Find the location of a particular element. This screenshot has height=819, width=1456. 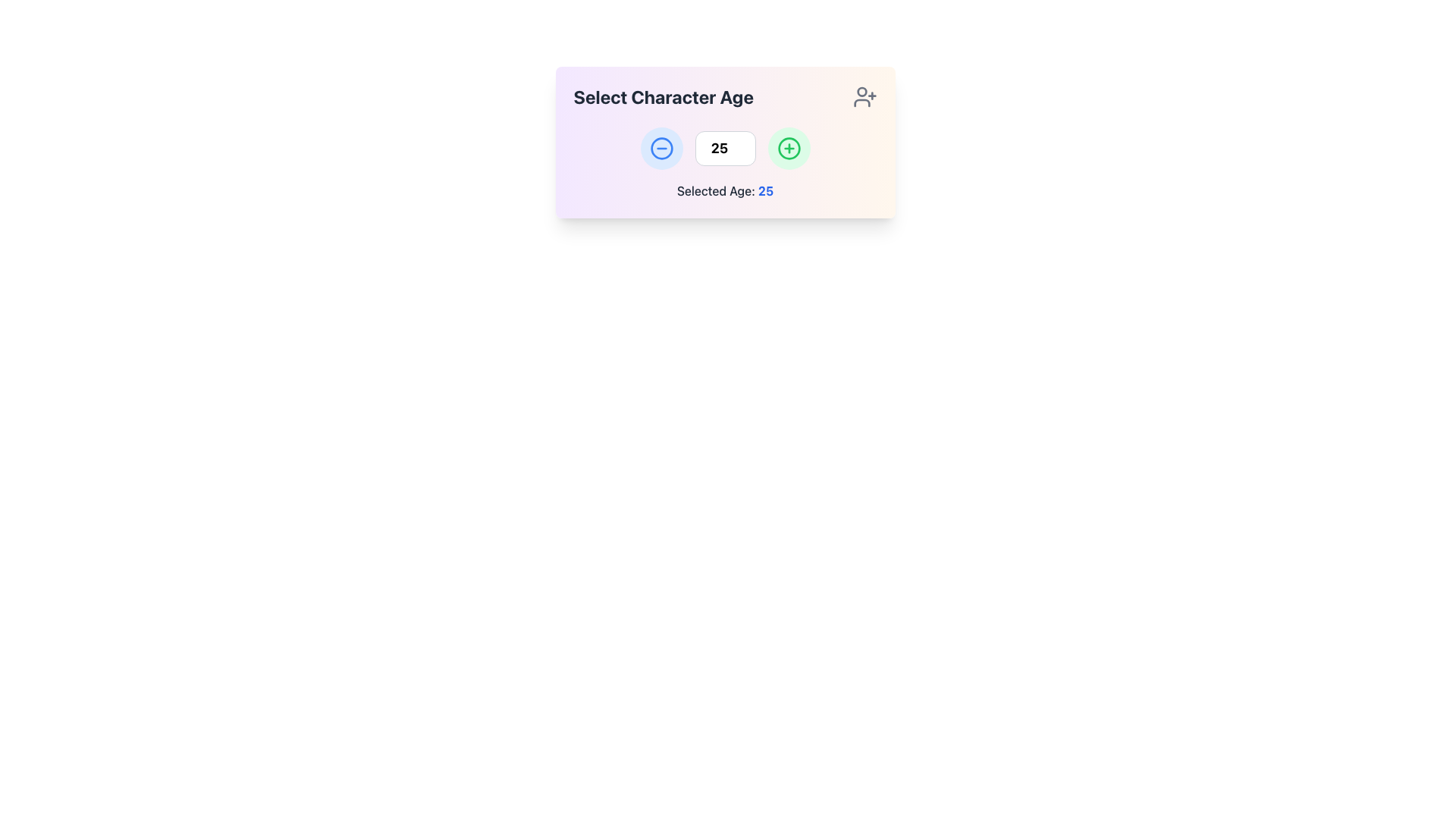

the circular button with a blue outline located within the 'Select Character Age' card is located at coordinates (661, 149).